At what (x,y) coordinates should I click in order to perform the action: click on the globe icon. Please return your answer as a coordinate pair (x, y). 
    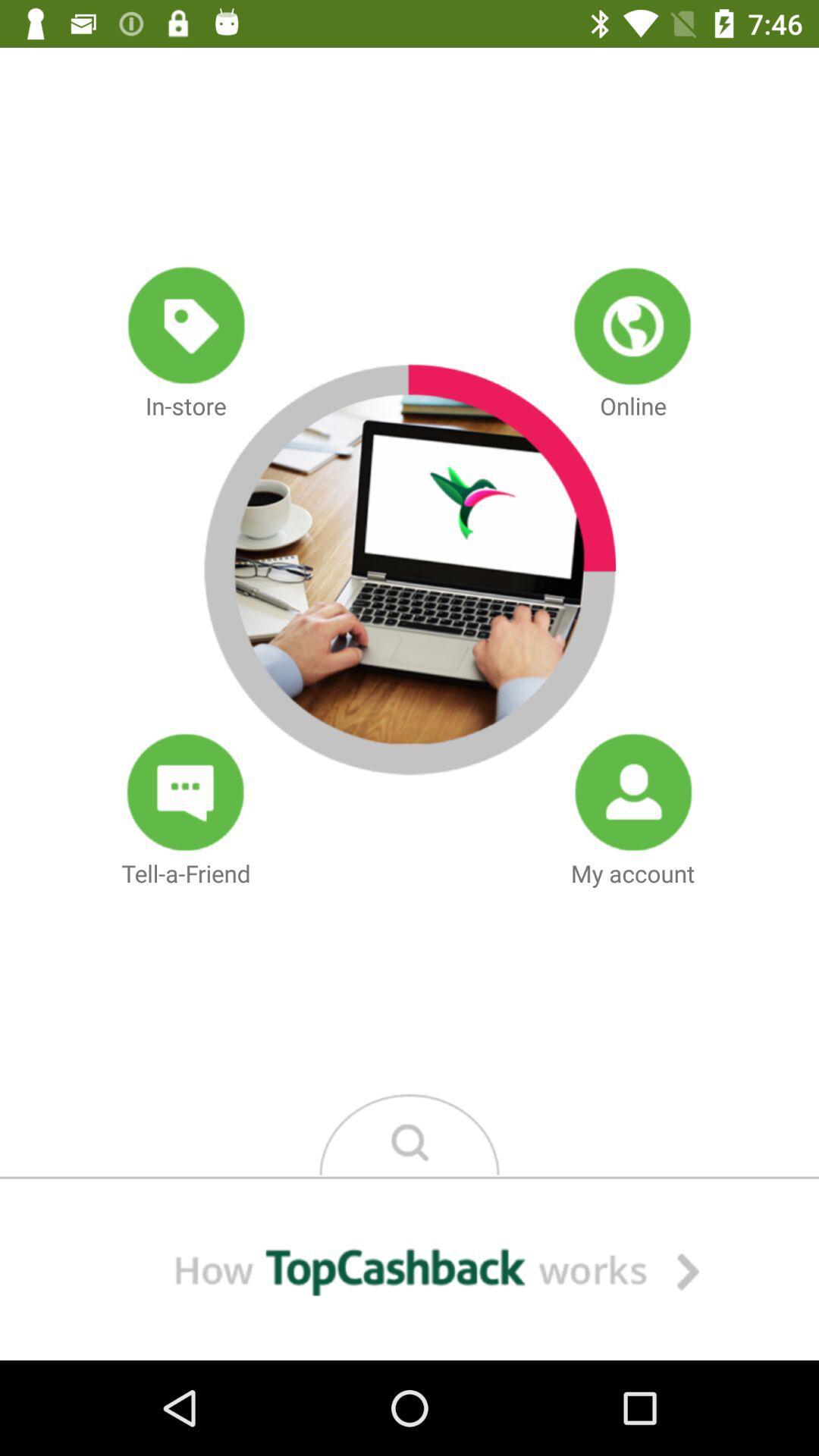
    Looking at the image, I should click on (632, 325).